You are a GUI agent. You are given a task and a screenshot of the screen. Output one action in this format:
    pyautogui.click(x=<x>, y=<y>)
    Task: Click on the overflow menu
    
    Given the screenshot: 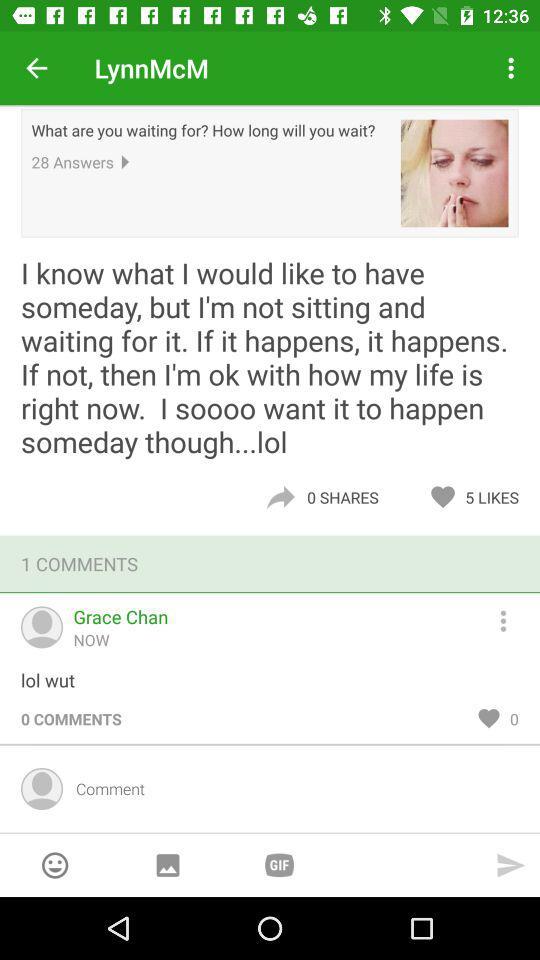 What is the action you would take?
    pyautogui.click(x=512, y=617)
    